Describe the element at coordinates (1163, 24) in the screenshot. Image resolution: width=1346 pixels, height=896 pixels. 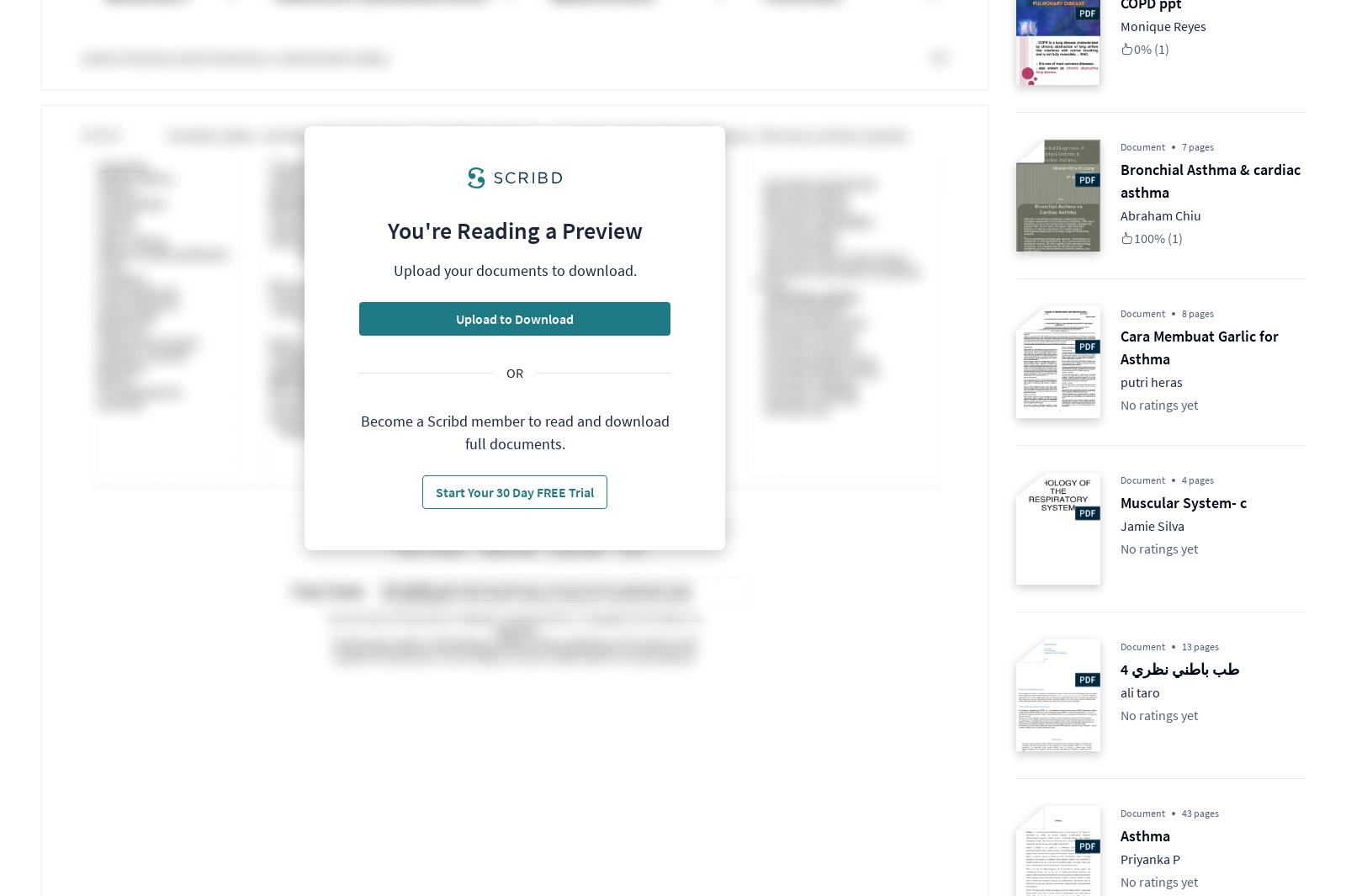
I see `'Monique Reyes'` at that location.